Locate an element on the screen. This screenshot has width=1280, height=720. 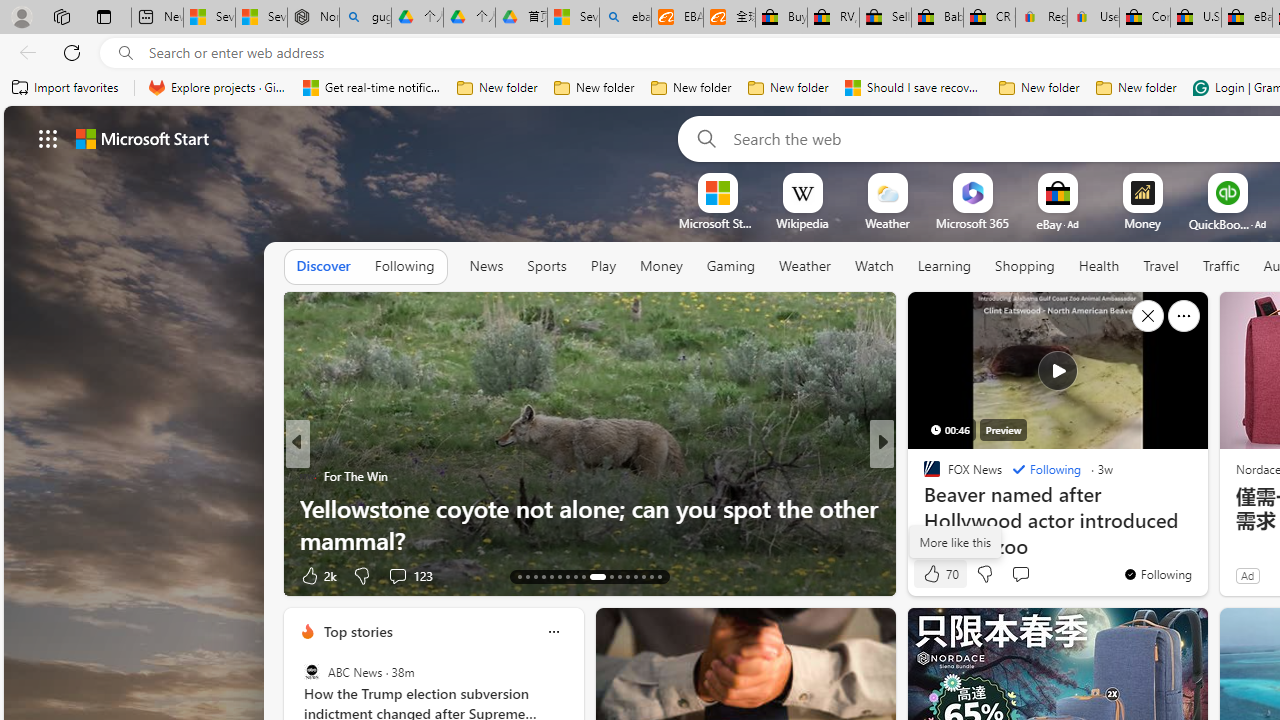
'AutomationID: tab-34' is located at coordinates (650, 577).